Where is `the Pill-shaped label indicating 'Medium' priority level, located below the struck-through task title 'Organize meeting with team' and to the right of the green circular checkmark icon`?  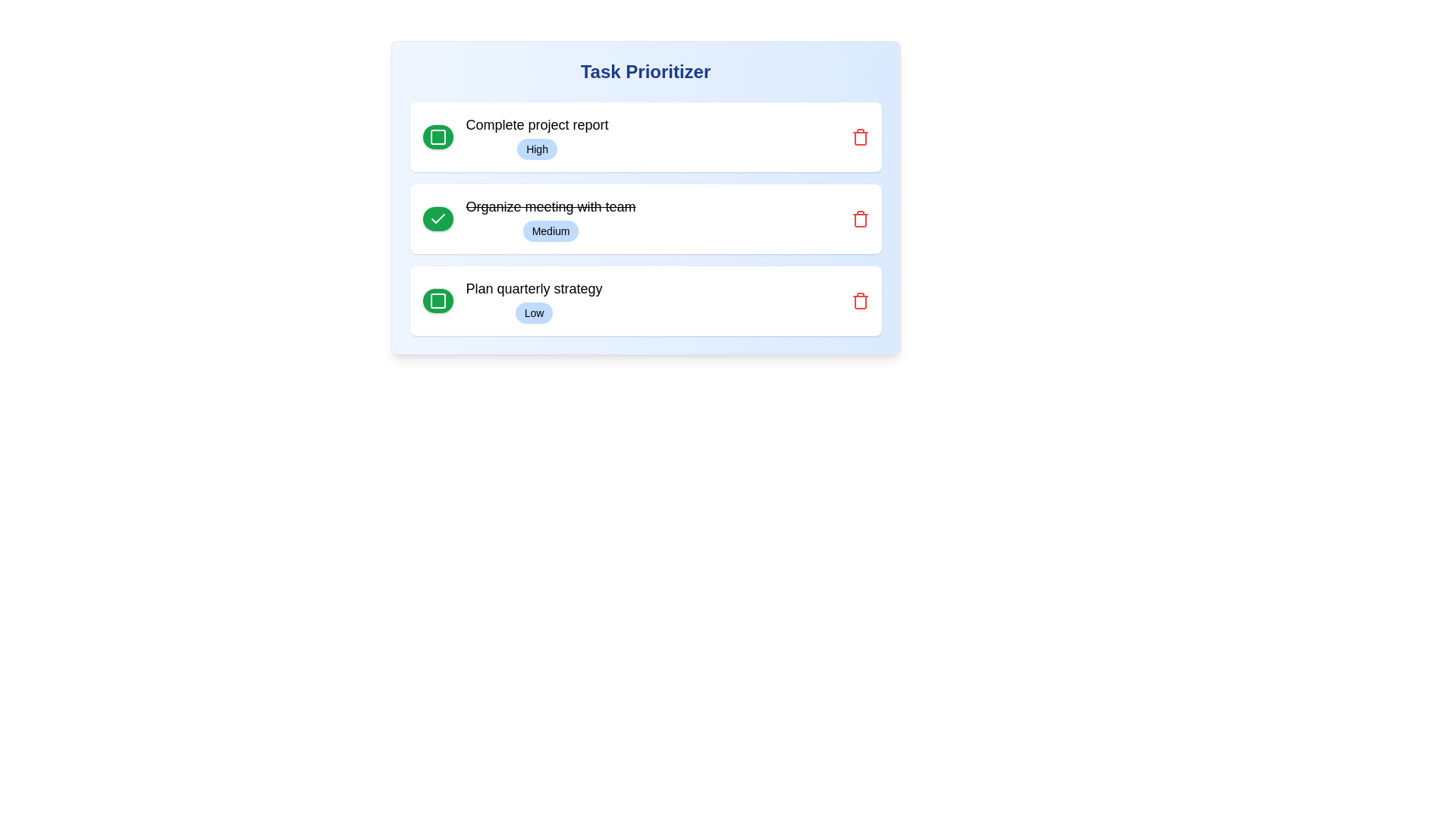 the Pill-shaped label indicating 'Medium' priority level, located below the struck-through task title 'Organize meeting with team' and to the right of the green circular checkmark icon is located at coordinates (550, 231).